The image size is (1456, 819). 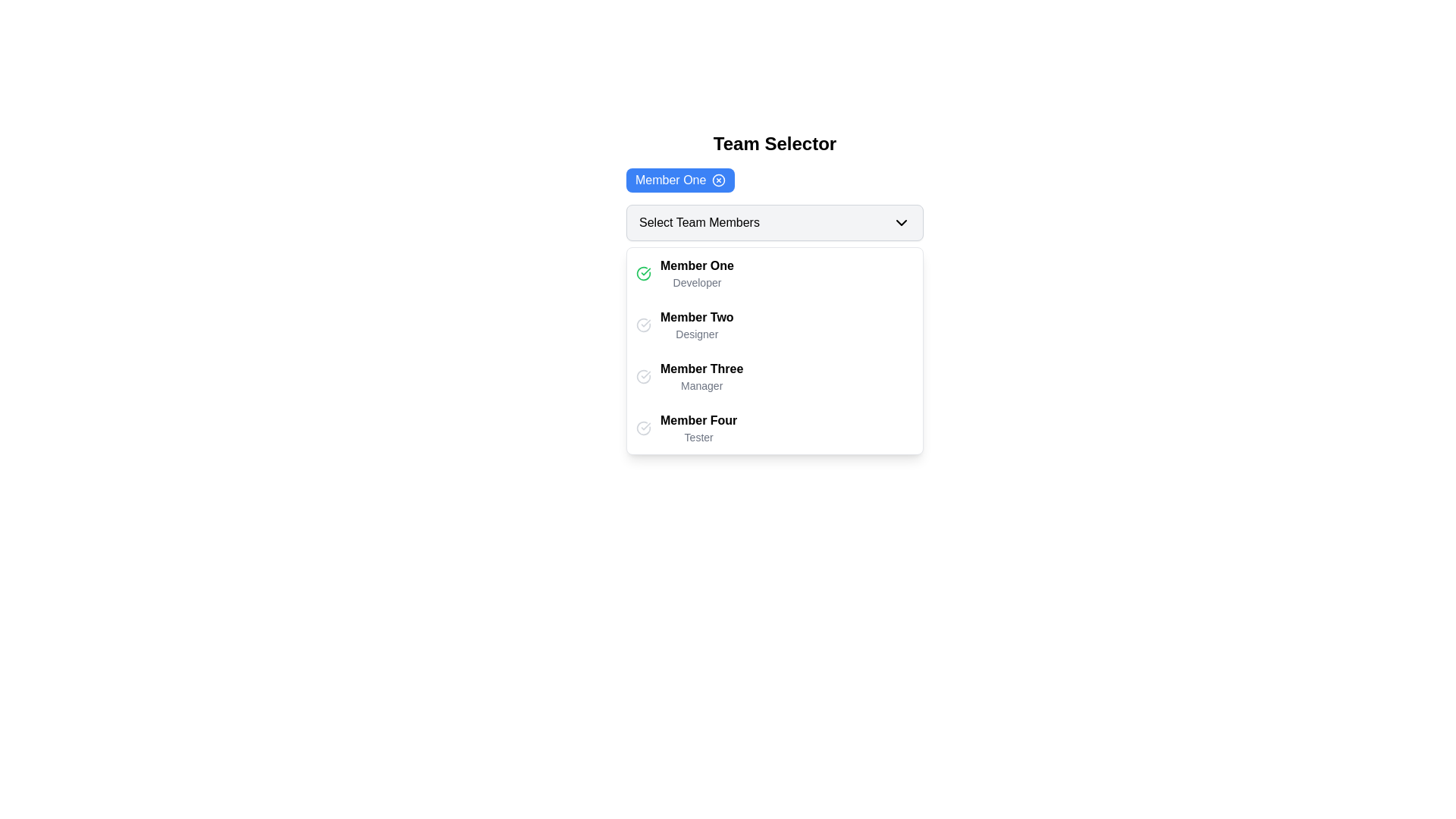 I want to click on the 'Member Four' text label, so click(x=698, y=420).